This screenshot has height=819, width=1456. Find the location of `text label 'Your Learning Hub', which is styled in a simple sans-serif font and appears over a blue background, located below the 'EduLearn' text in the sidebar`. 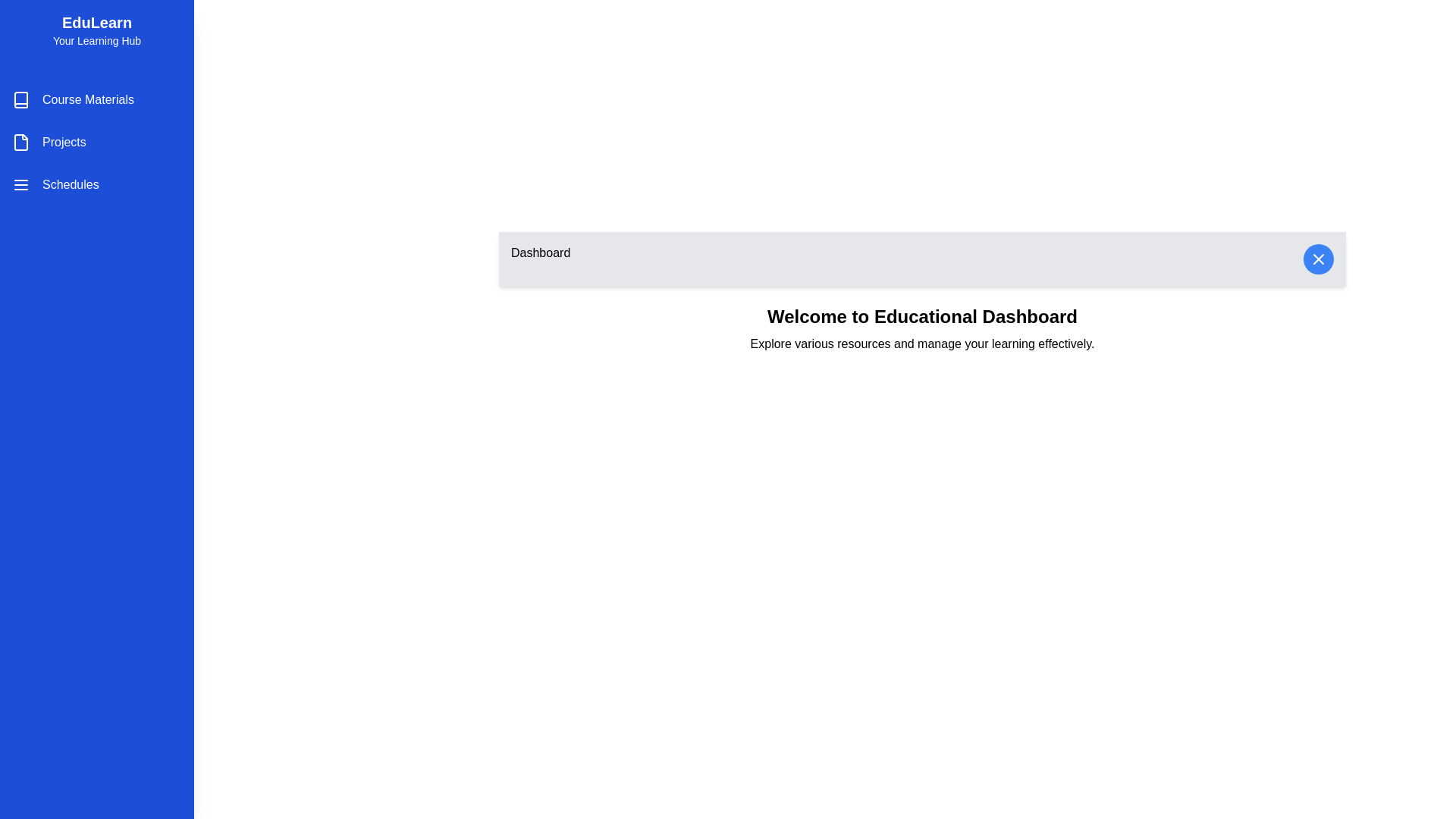

text label 'Your Learning Hub', which is styled in a simple sans-serif font and appears over a blue background, located below the 'EduLearn' text in the sidebar is located at coordinates (96, 40).